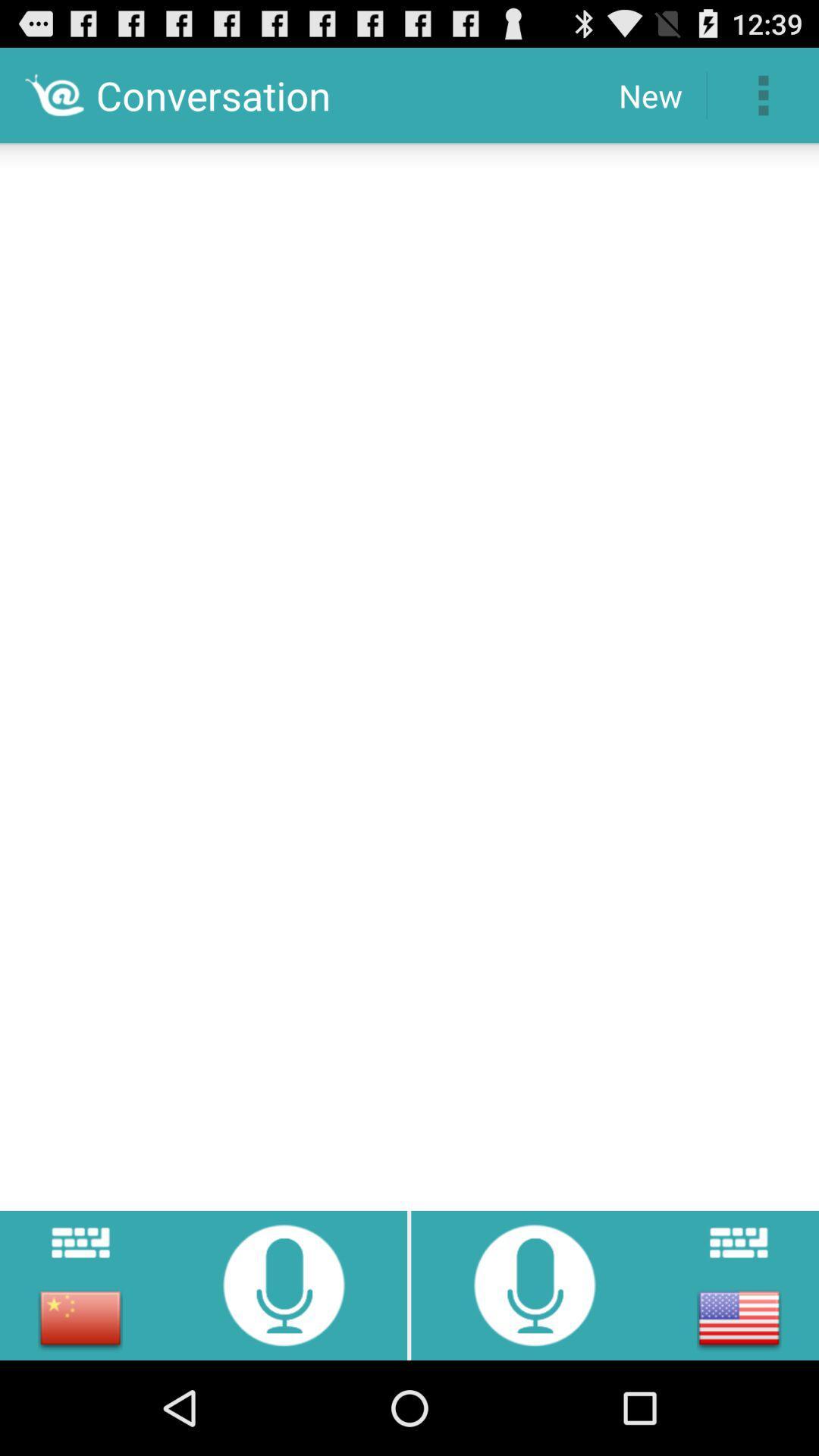 This screenshot has height=1456, width=819. Describe the element at coordinates (534, 1284) in the screenshot. I see `start recording audio in english` at that location.